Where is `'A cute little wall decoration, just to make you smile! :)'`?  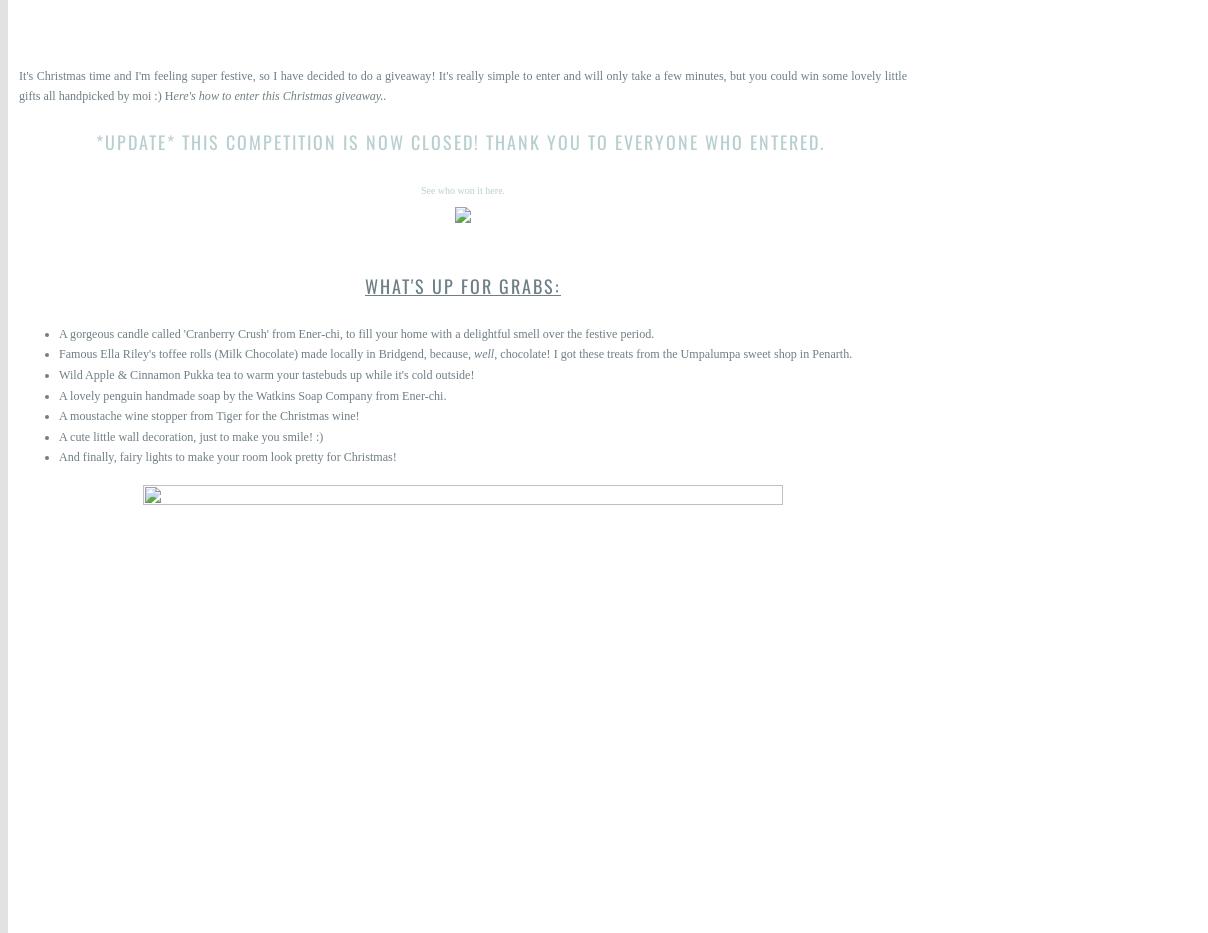
'A cute little wall decoration, just to make you smile! :)' is located at coordinates (190, 434).